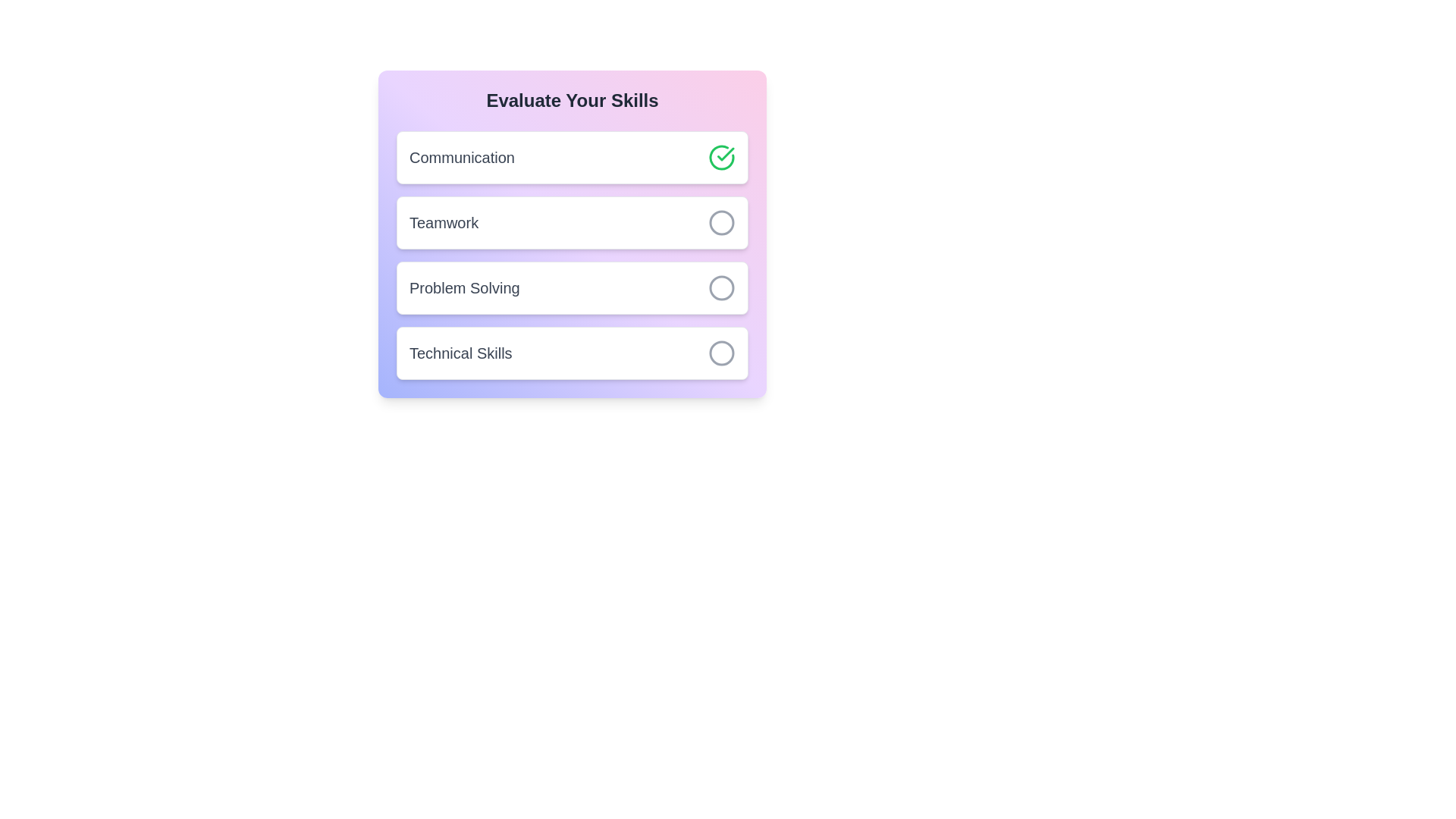 The image size is (1456, 819). What do you see at coordinates (720, 288) in the screenshot?
I see `the skill Problem Solving by clicking its associated button` at bounding box center [720, 288].